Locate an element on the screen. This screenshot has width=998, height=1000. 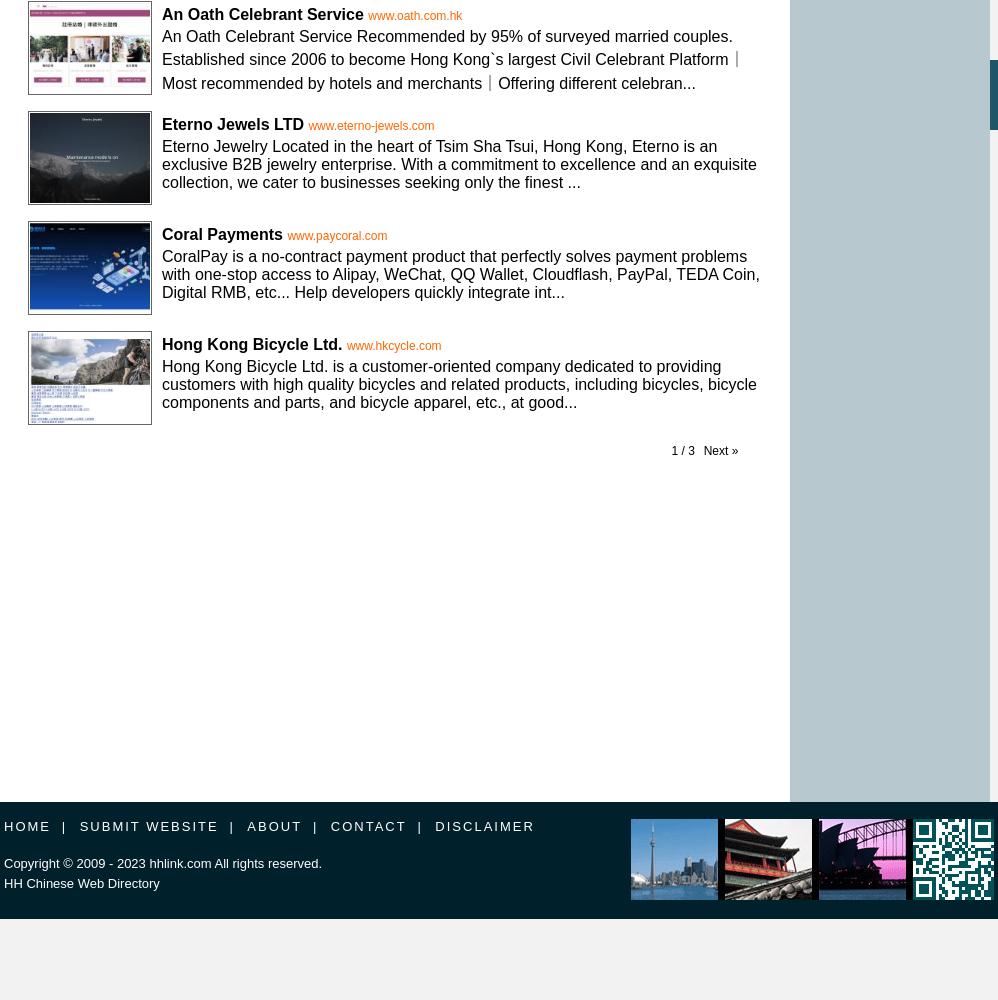
'HOME' is located at coordinates (27, 825).